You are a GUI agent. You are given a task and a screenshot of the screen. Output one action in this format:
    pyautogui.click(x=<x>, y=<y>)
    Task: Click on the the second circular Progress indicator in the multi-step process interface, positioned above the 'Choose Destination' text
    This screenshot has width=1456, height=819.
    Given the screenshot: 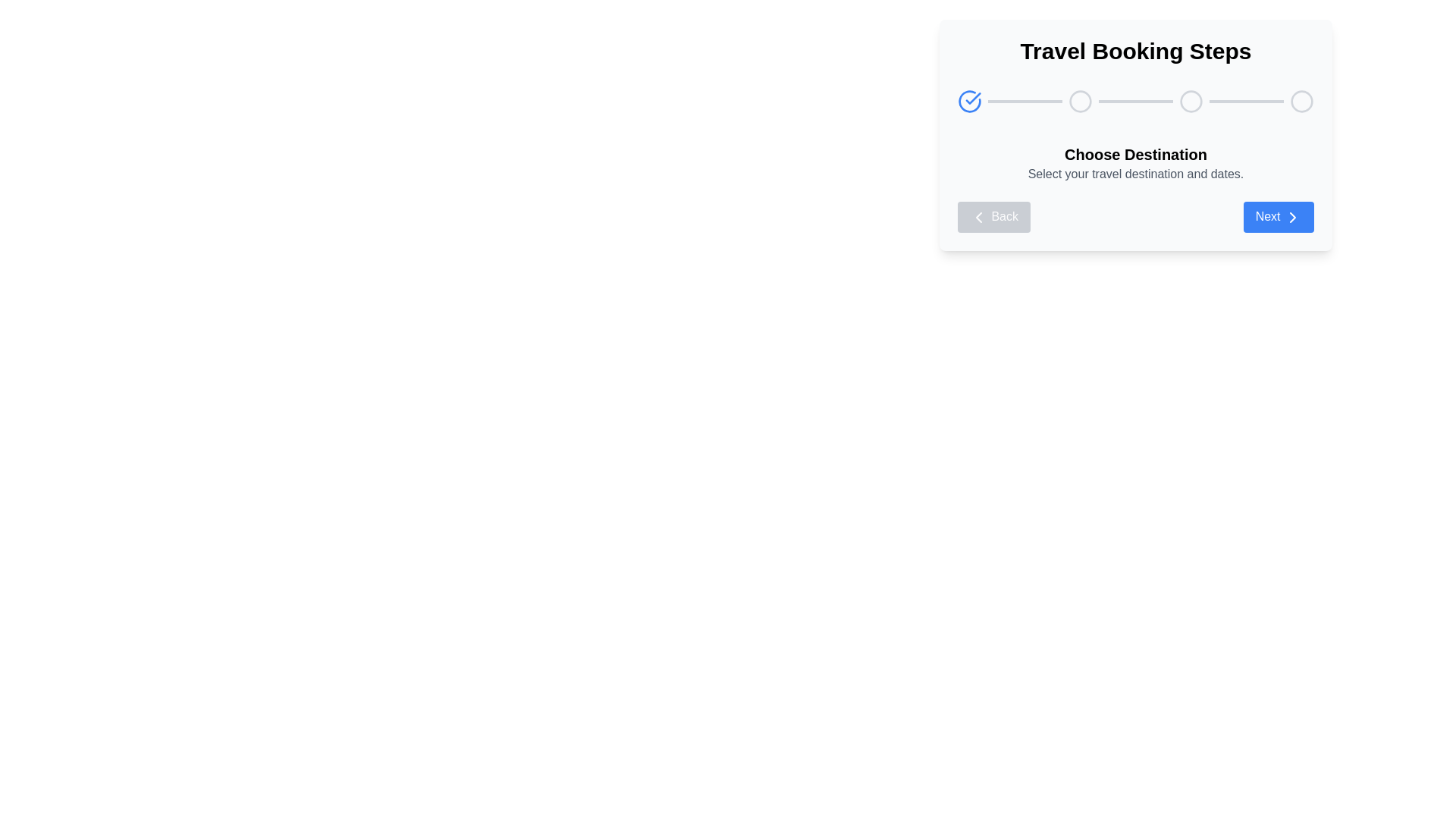 What is the action you would take?
    pyautogui.click(x=1080, y=102)
    